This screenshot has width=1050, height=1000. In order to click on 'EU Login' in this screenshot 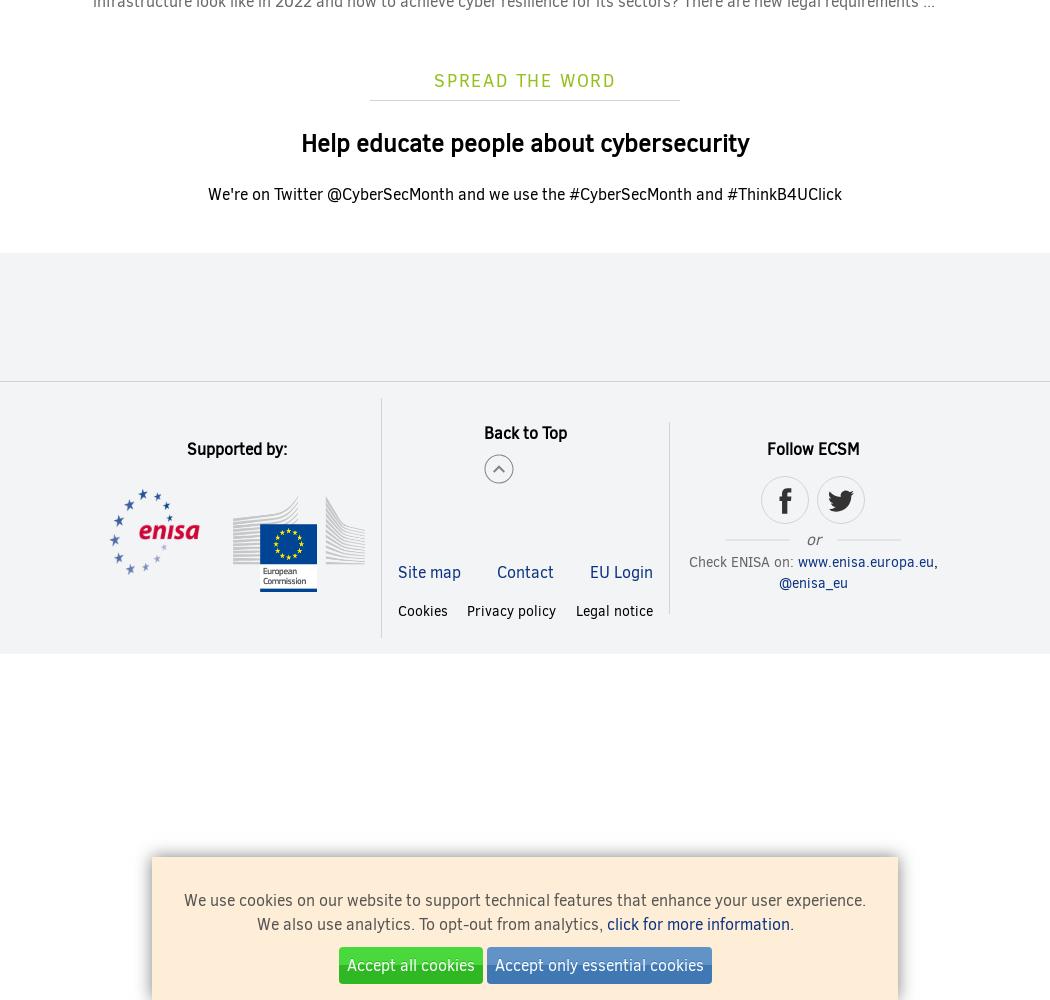, I will do `click(620, 570)`.